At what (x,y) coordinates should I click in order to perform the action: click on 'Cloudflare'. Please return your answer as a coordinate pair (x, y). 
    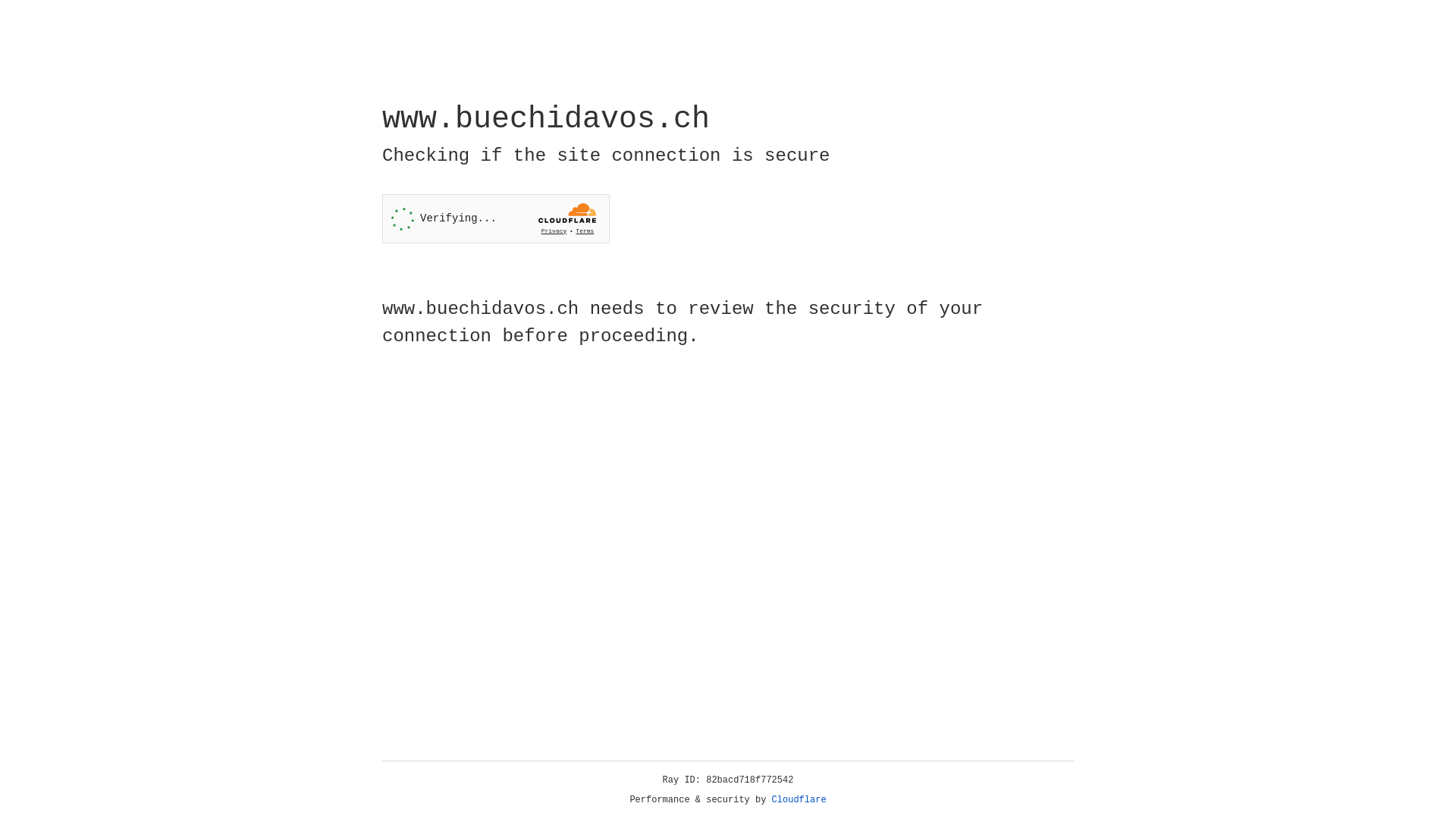
    Looking at the image, I should click on (799, 799).